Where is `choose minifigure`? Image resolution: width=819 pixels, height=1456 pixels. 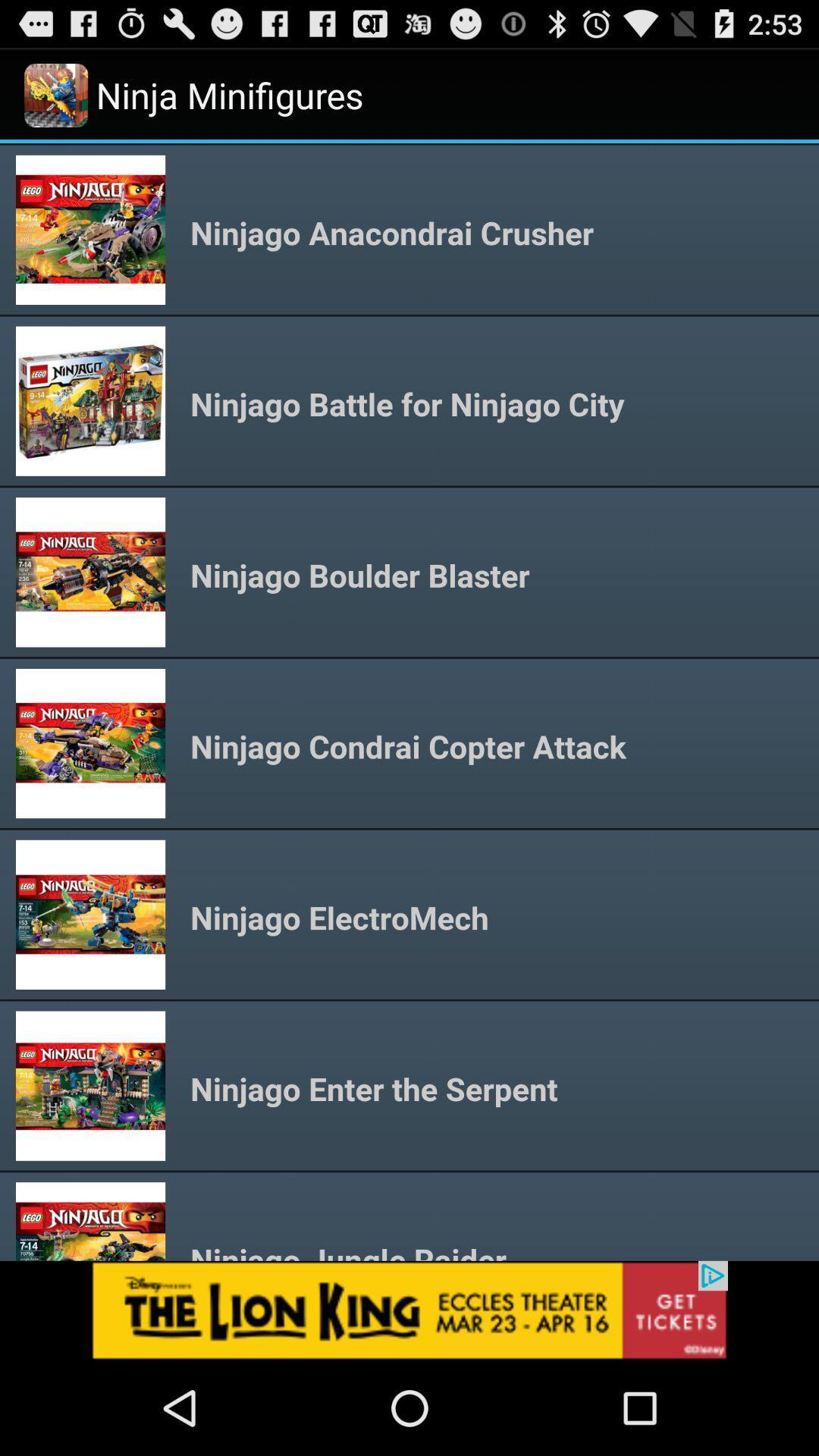
choose minifigure is located at coordinates (409, 701).